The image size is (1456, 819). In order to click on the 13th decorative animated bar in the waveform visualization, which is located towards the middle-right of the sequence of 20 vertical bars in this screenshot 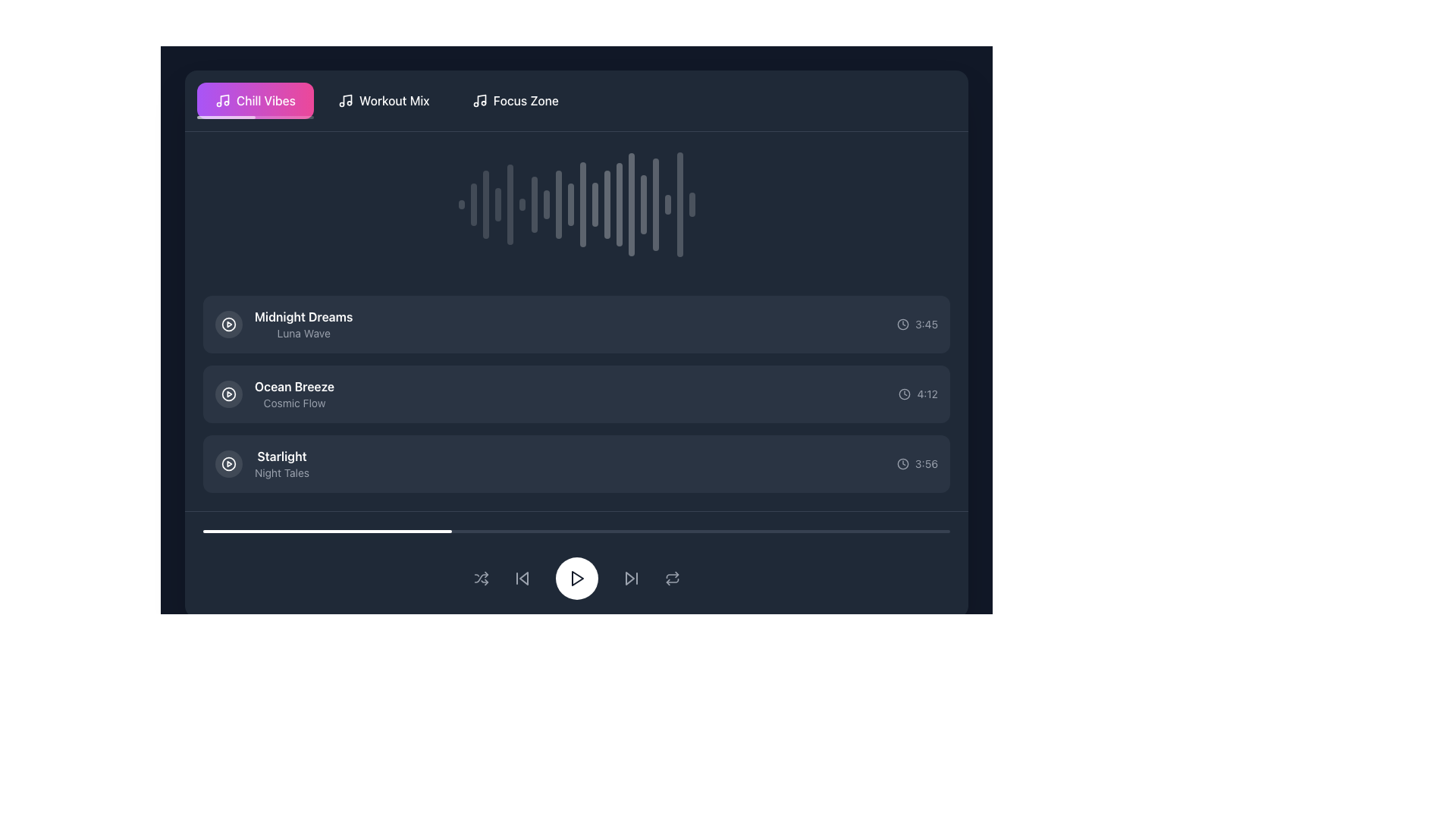, I will do `click(607, 205)`.